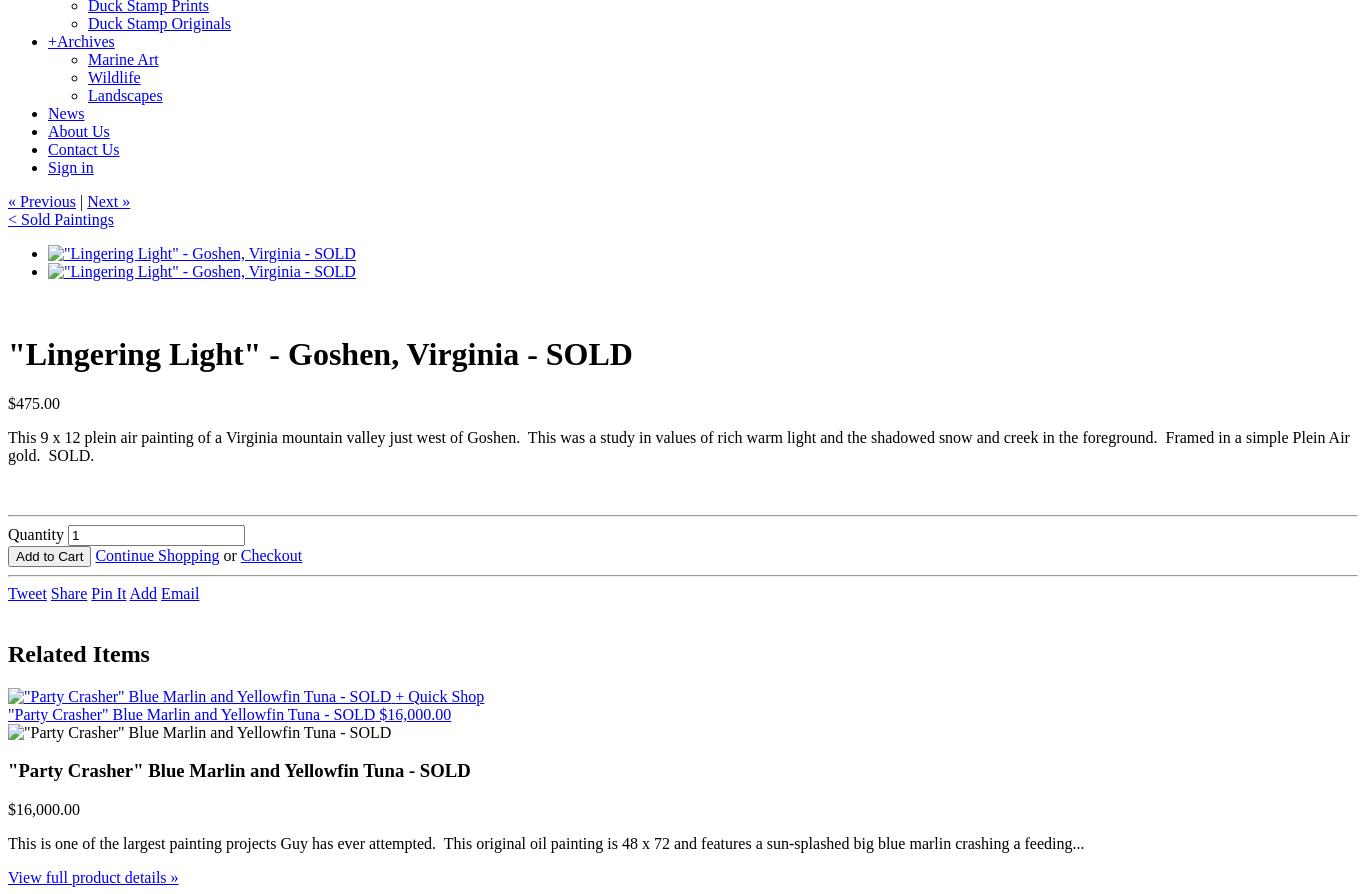  What do you see at coordinates (70, 167) in the screenshot?
I see `'Sign in'` at bounding box center [70, 167].